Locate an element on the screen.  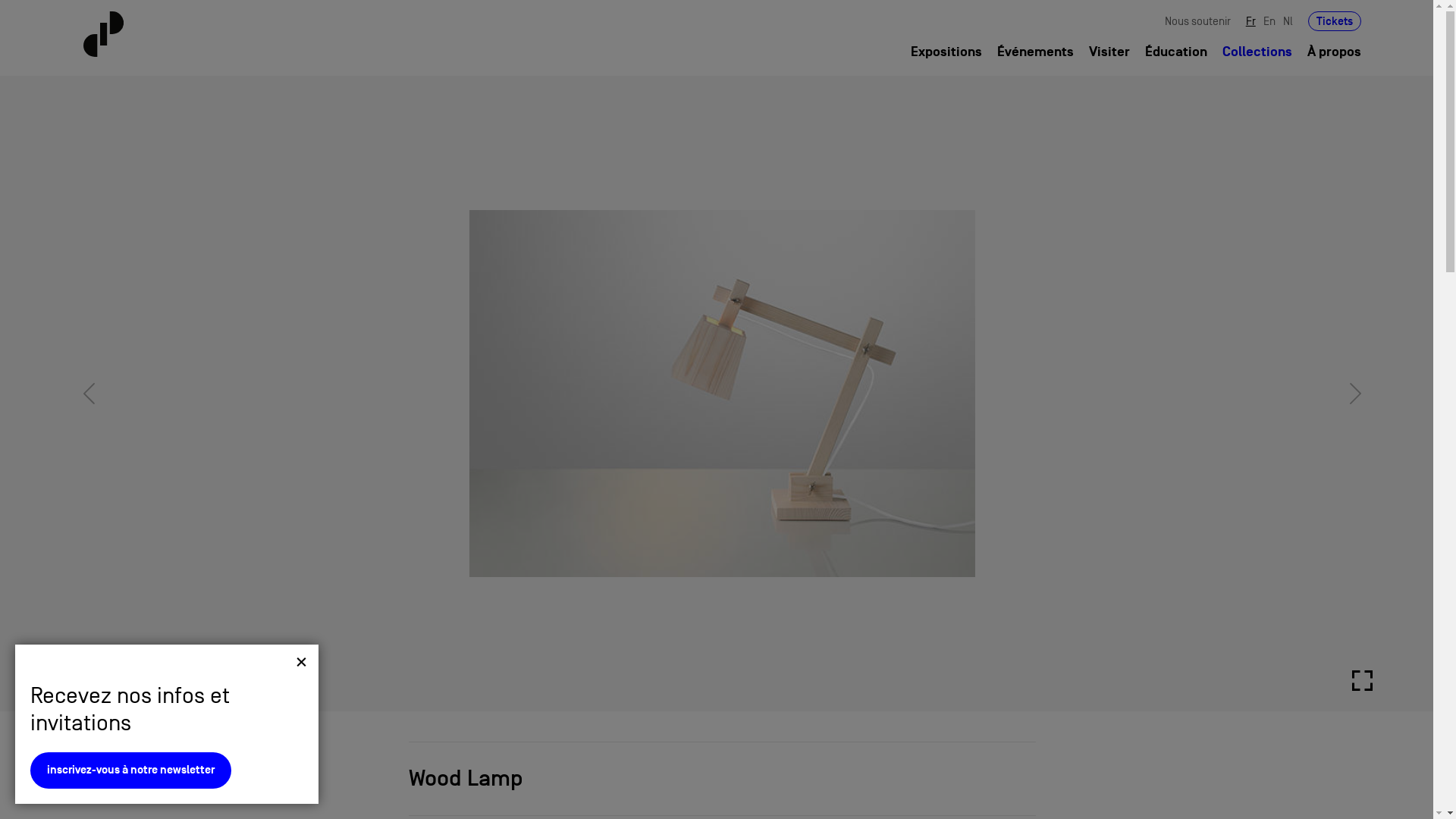
'Nl' is located at coordinates (1287, 20).